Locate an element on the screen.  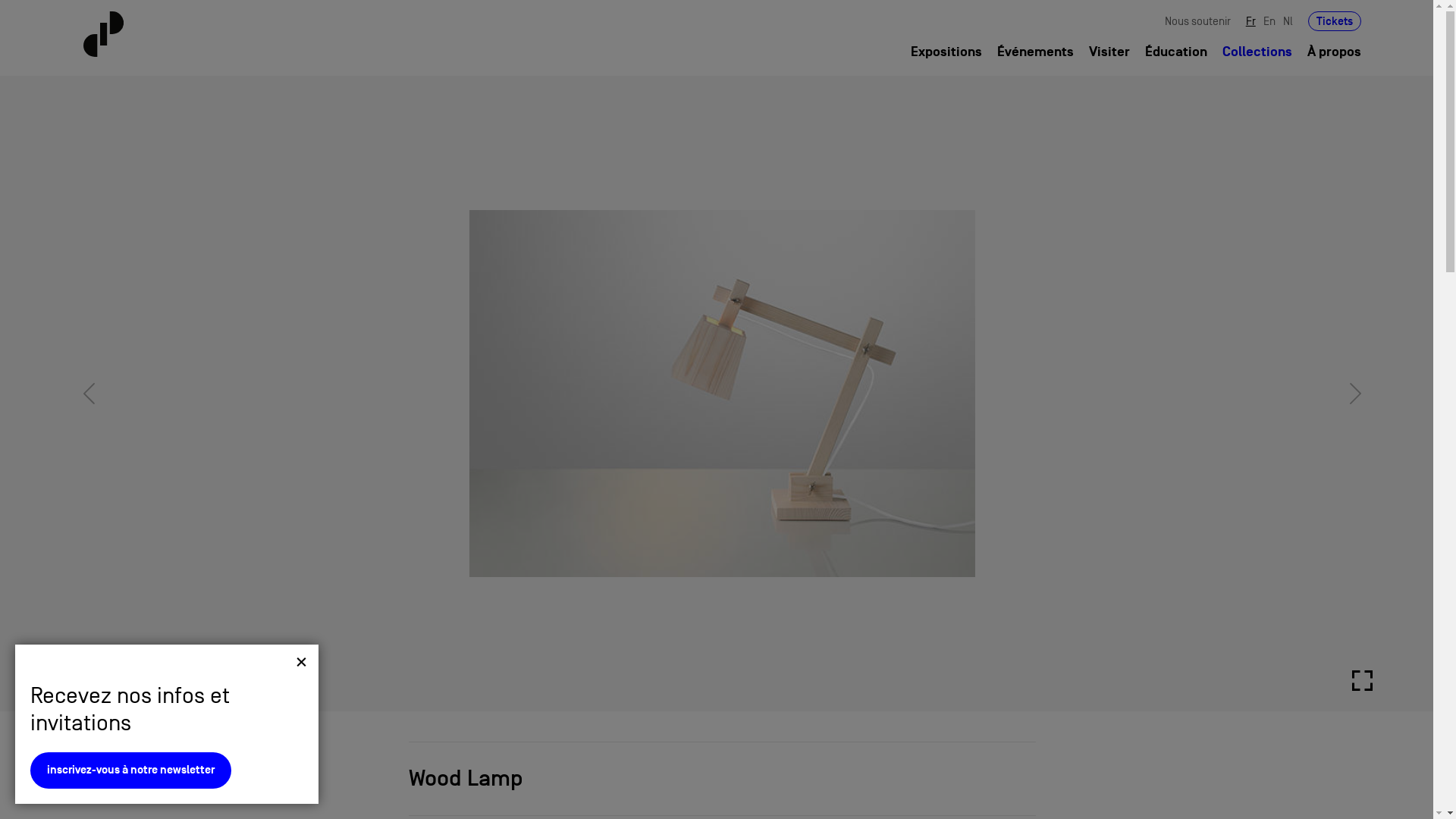
'Nl' is located at coordinates (1287, 20).